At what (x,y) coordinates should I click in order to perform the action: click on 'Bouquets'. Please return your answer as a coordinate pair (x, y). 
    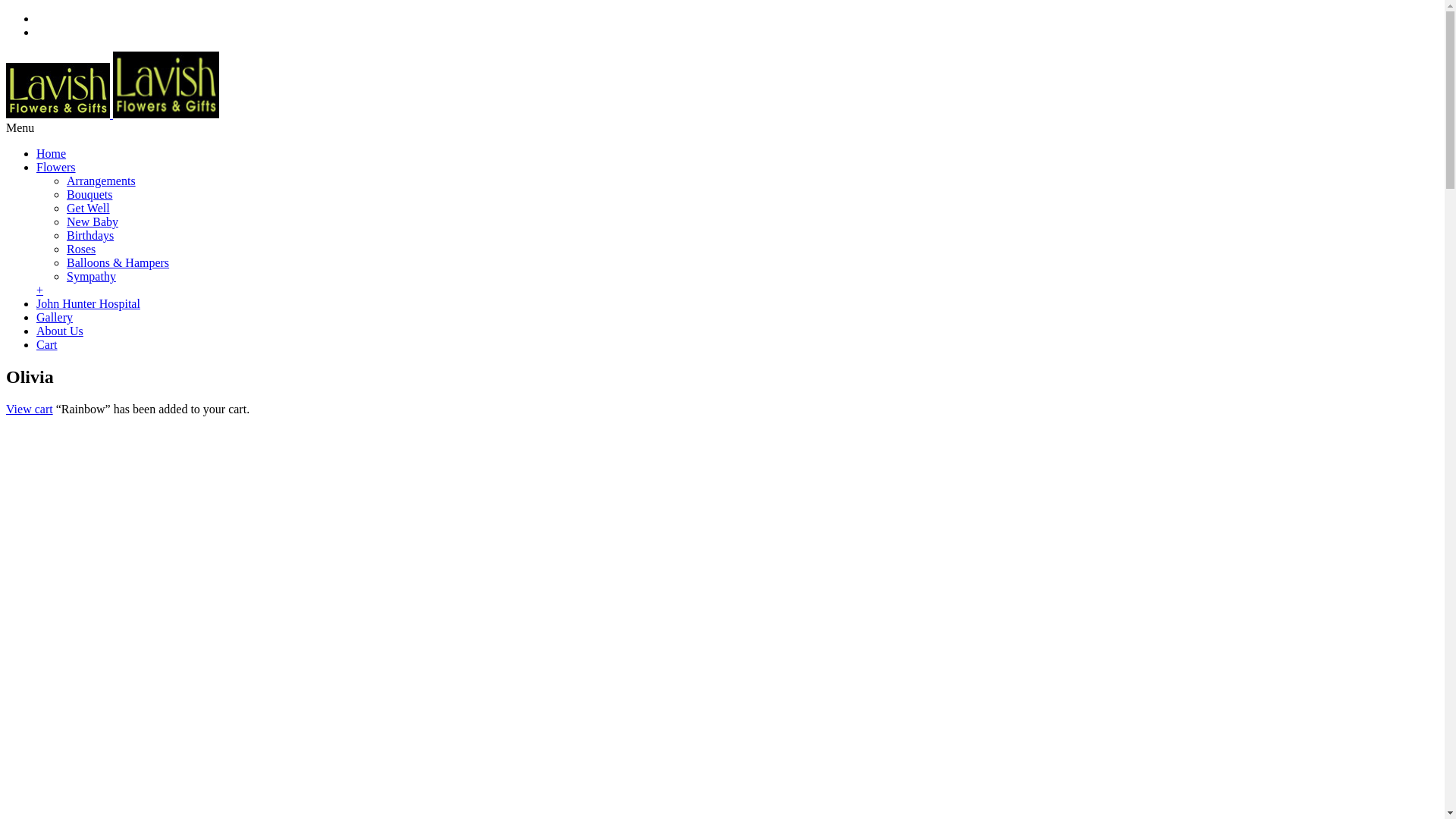
    Looking at the image, I should click on (89, 193).